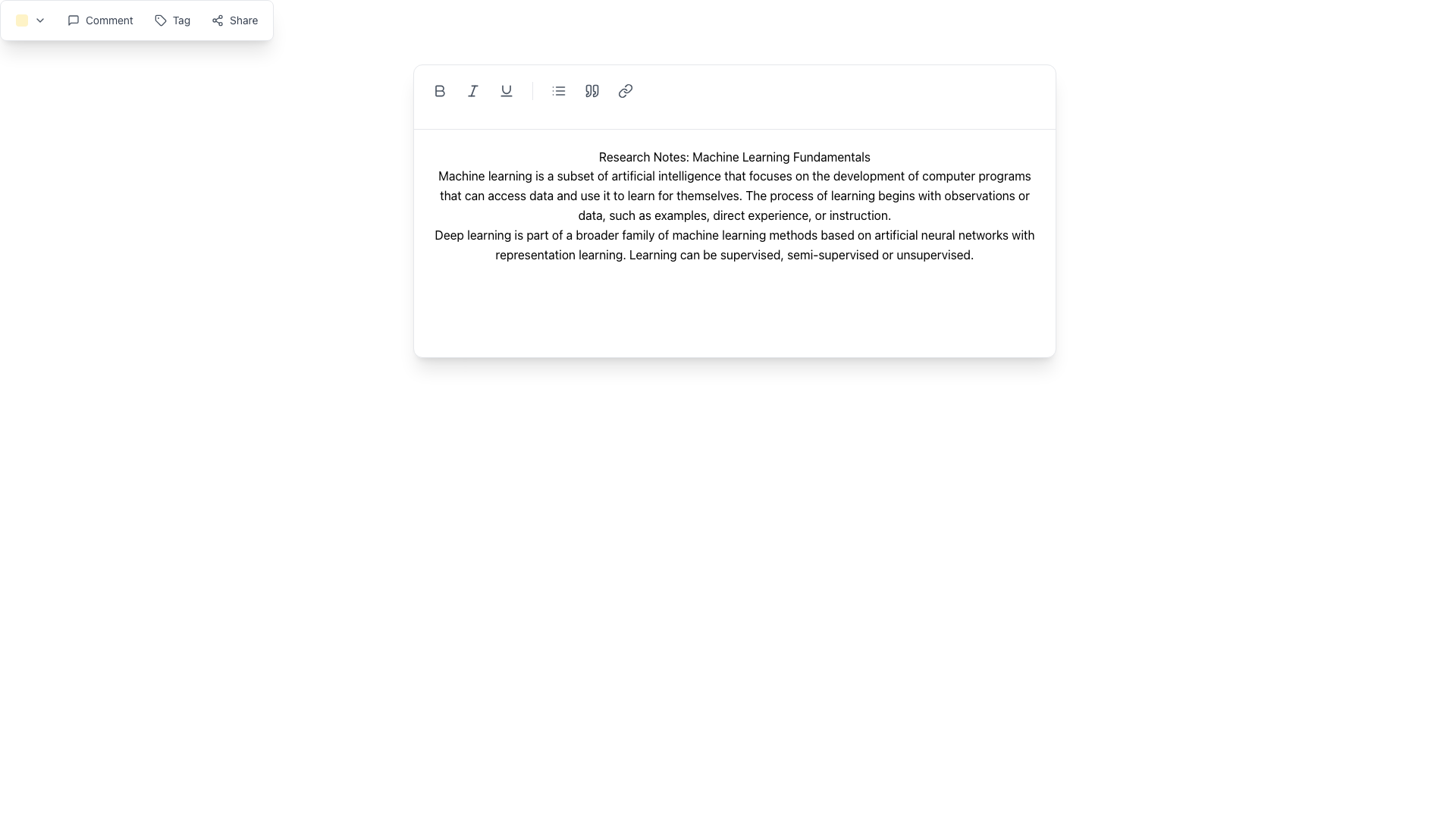  Describe the element at coordinates (595, 90) in the screenshot. I see `the icon element resembling a double quotation mark located on the right side of the SVG component within the toolbar above the text editor area` at that location.